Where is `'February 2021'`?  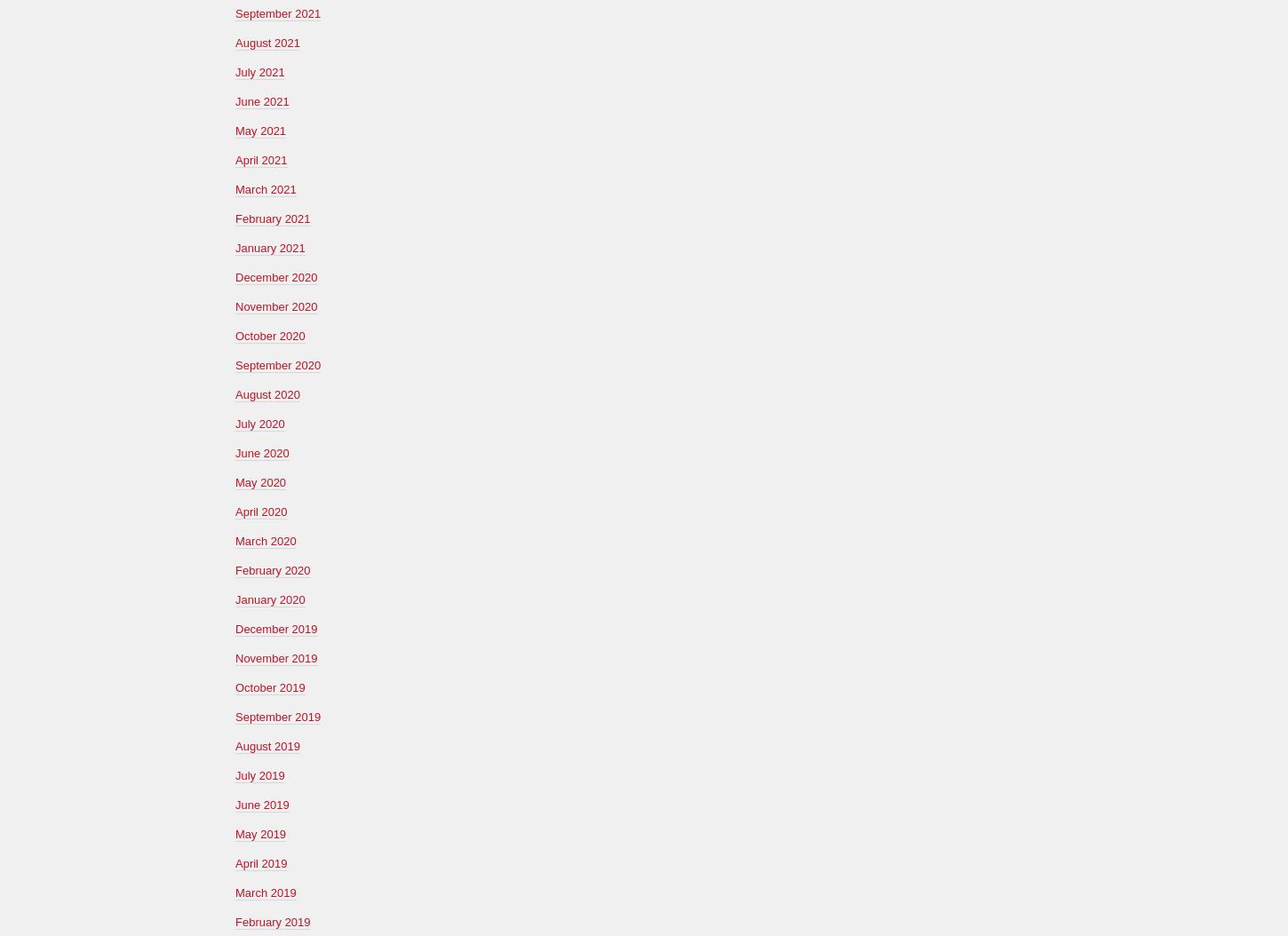 'February 2021' is located at coordinates (272, 218).